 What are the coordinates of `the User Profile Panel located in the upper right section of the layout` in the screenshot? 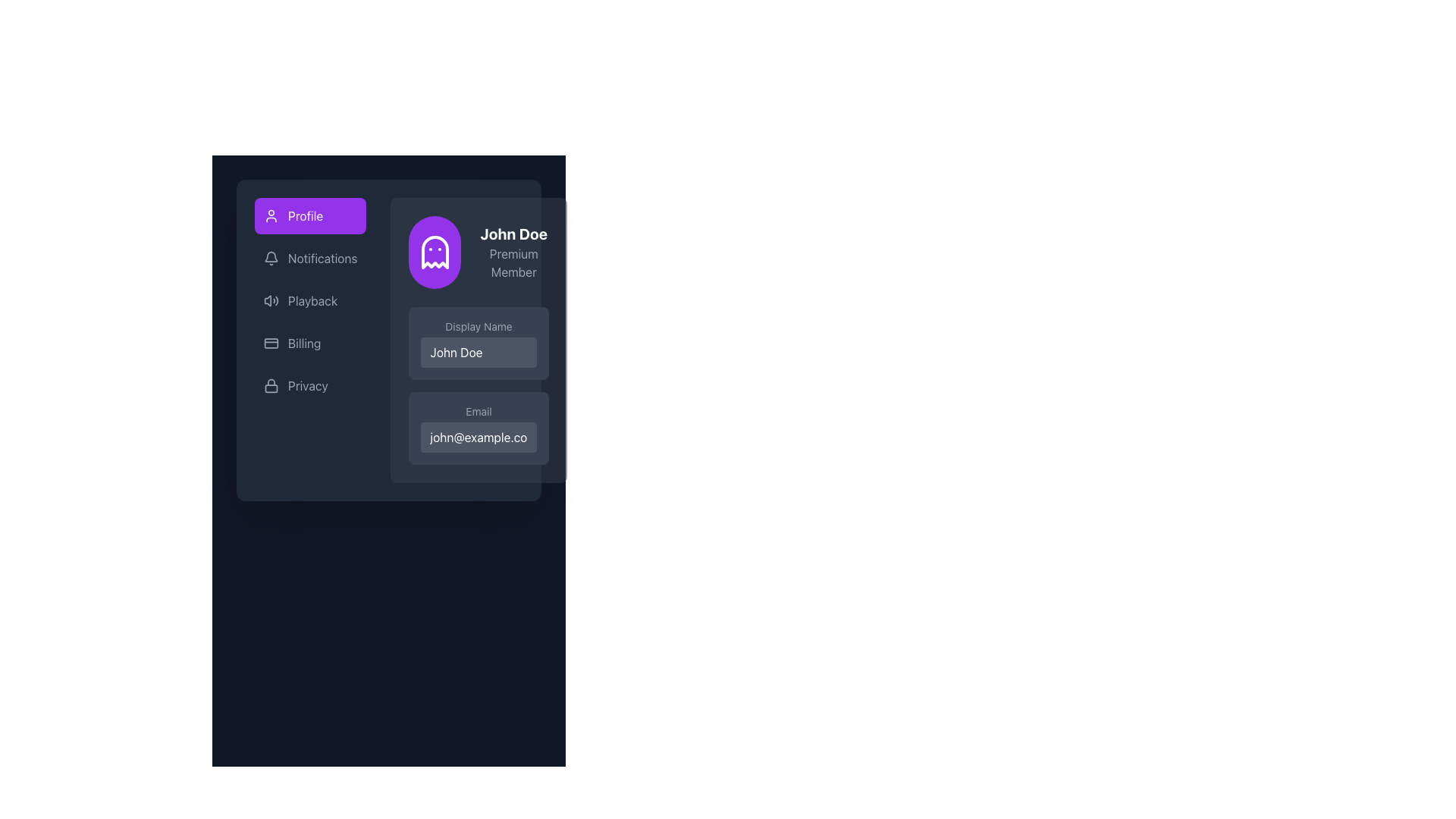 It's located at (478, 339).